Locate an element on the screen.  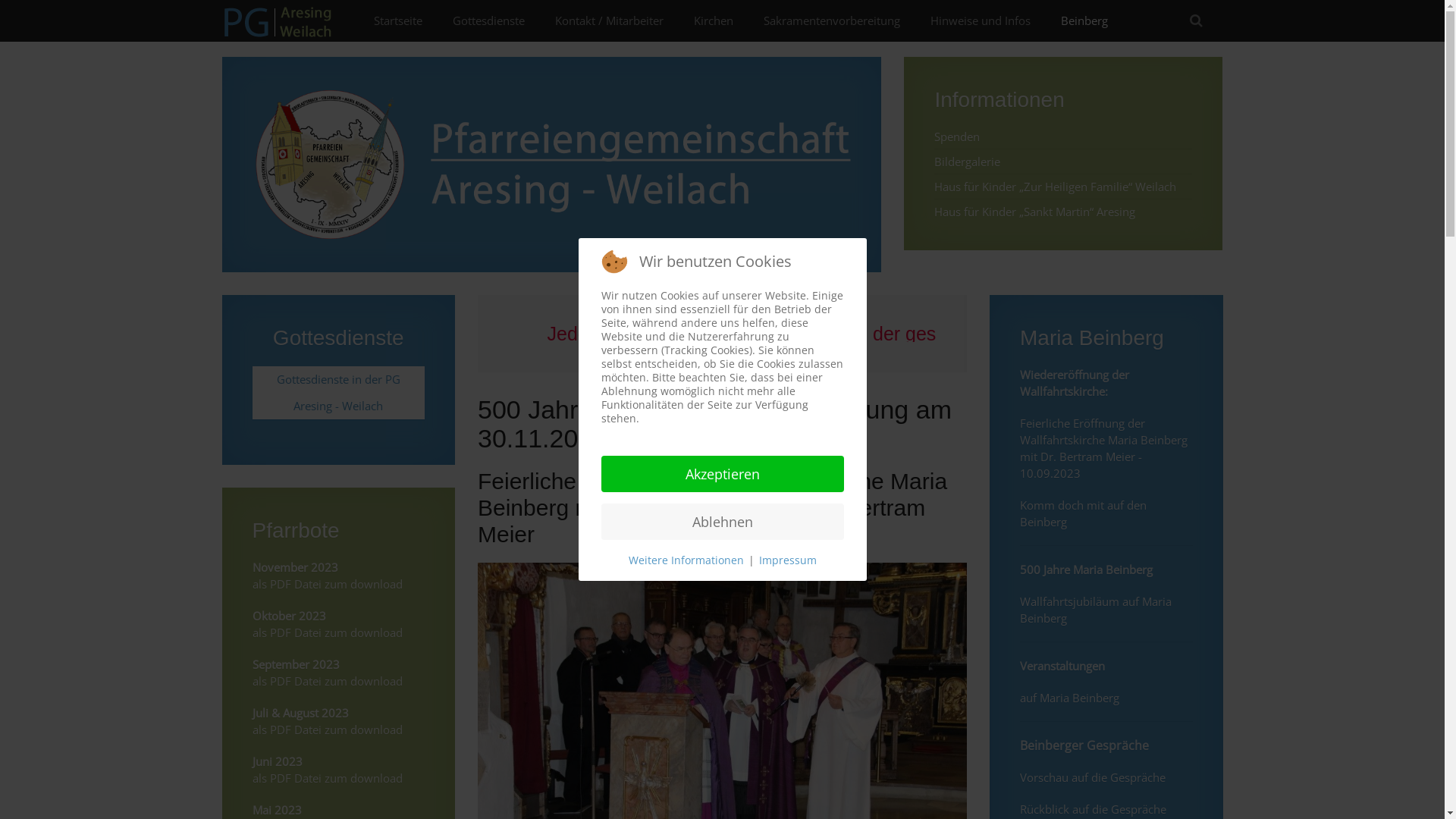
'Kirchen' is located at coordinates (676, 20).